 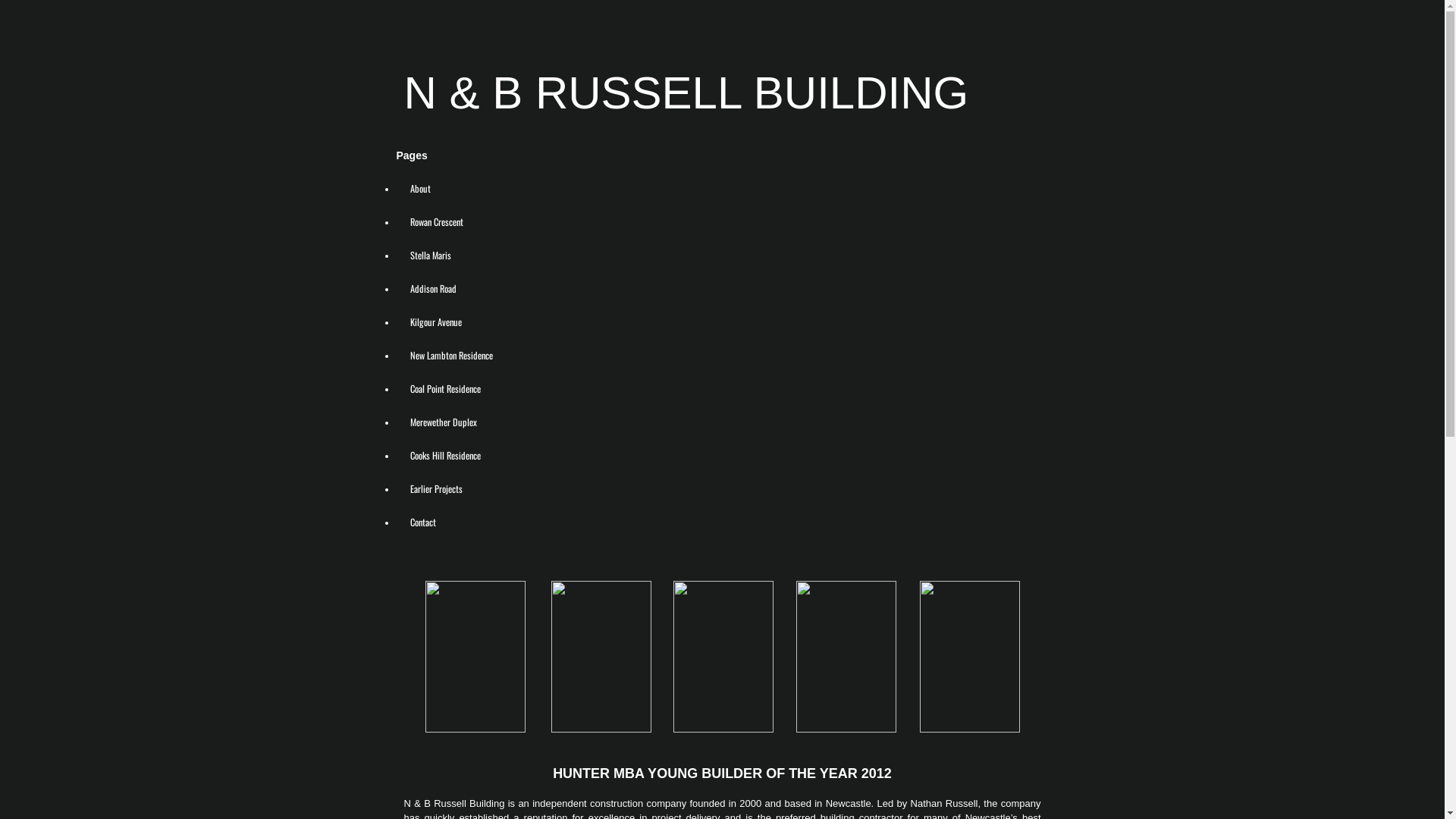 What do you see at coordinates (422, 520) in the screenshot?
I see `'Contact'` at bounding box center [422, 520].